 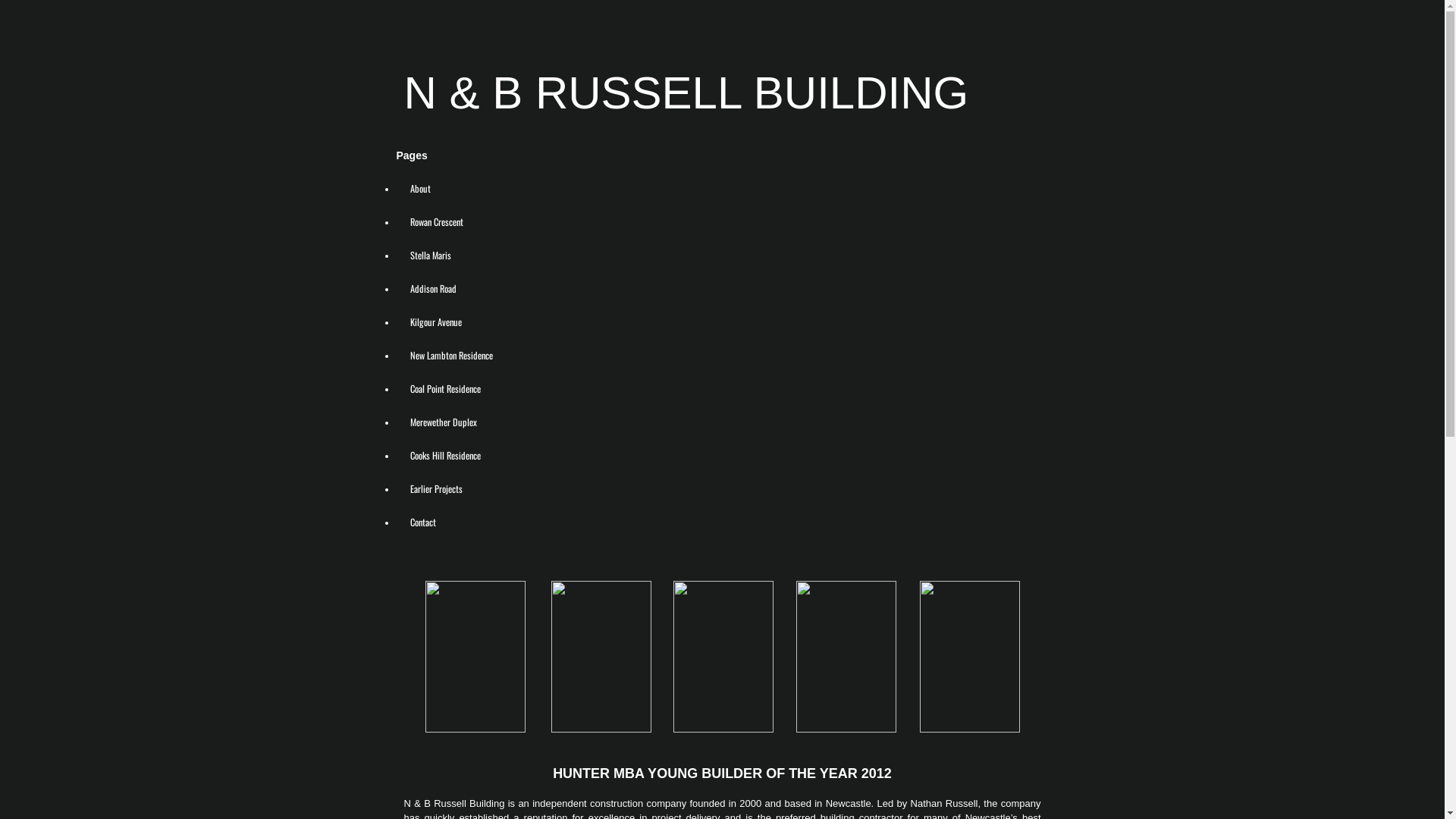 What do you see at coordinates (422, 520) in the screenshot?
I see `'Contact'` at bounding box center [422, 520].